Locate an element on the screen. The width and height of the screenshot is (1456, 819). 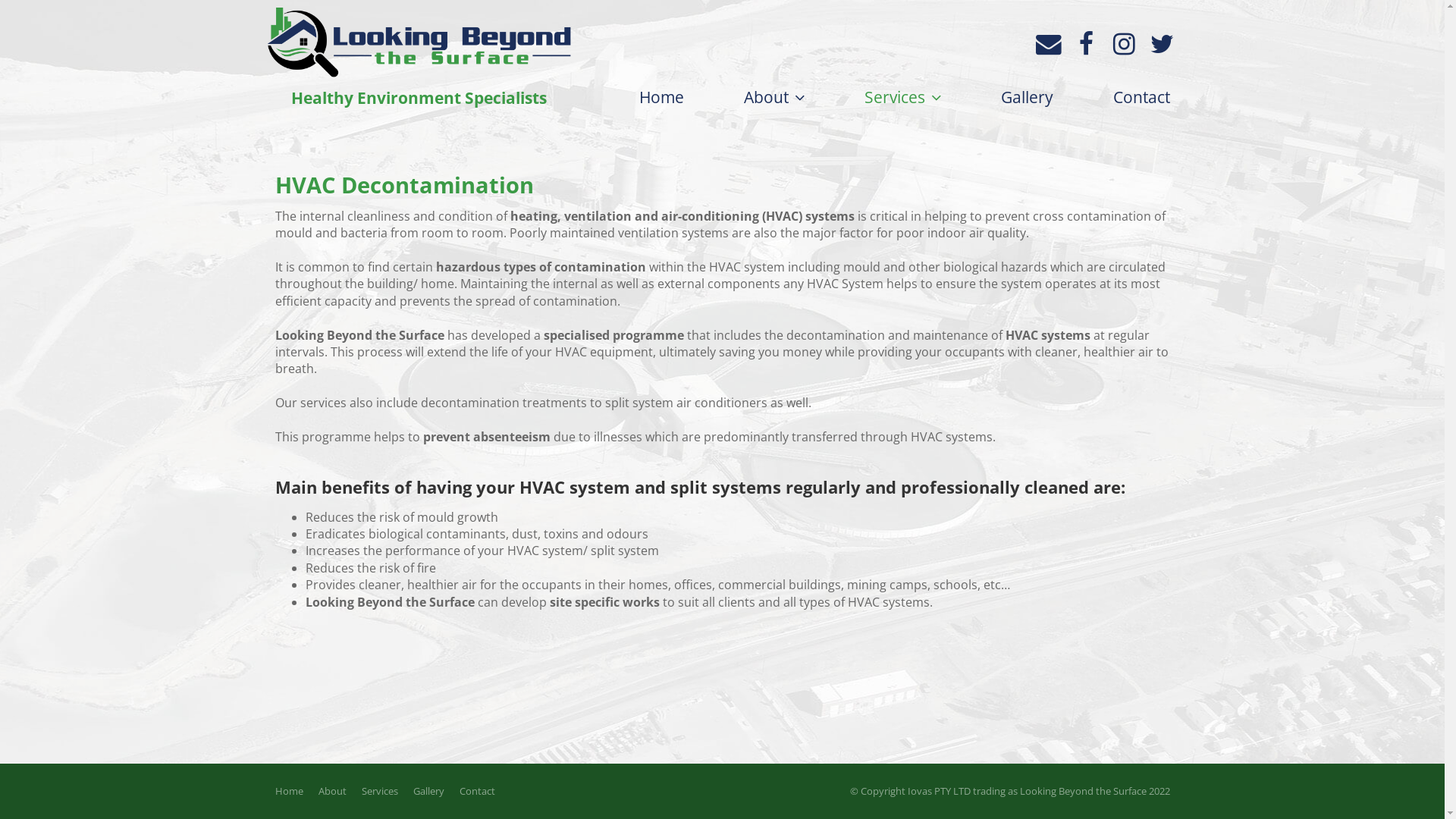
'Services' is located at coordinates (378, 789).